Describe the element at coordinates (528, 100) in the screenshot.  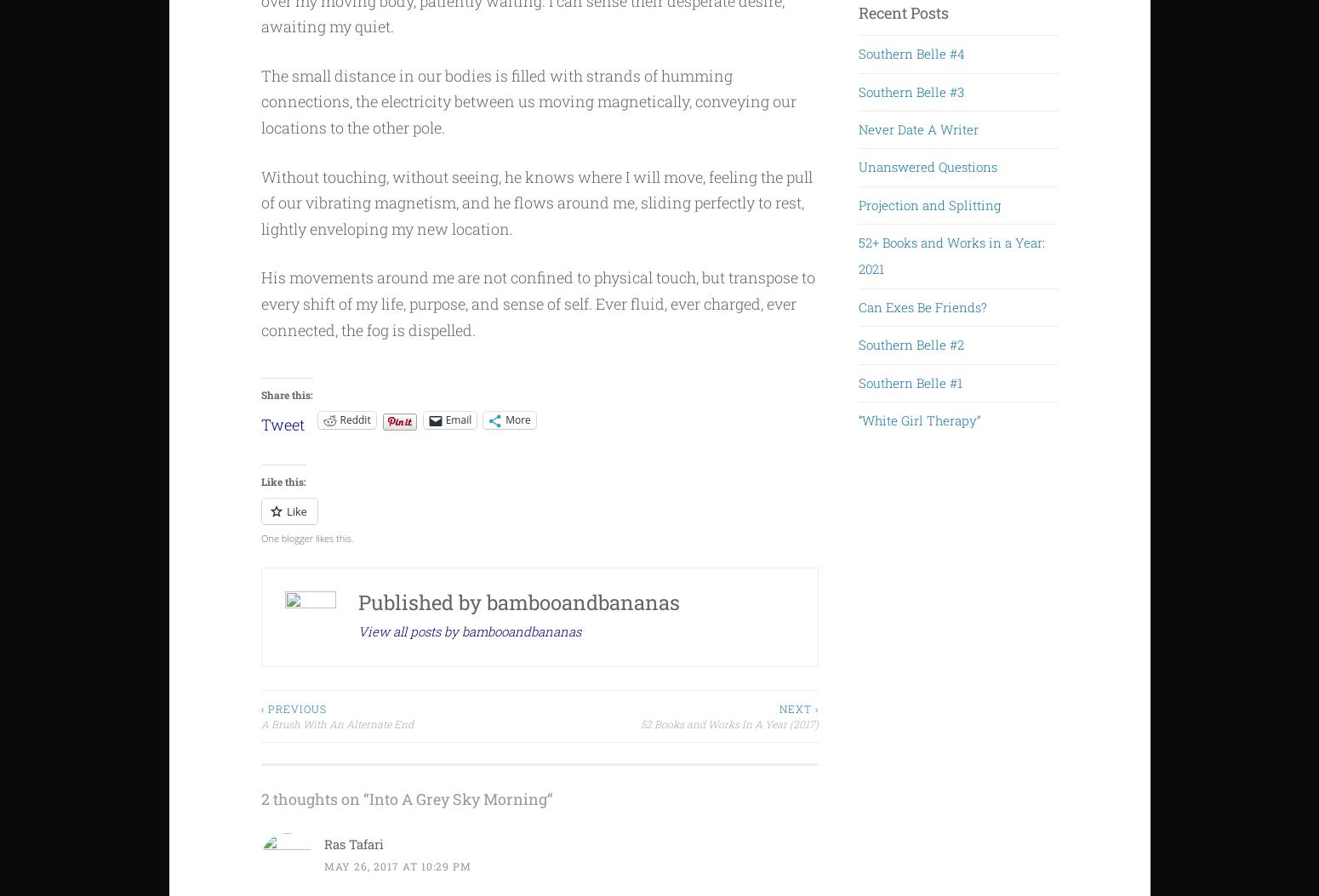
I see `'The small distance in our bodies is filled with strands of humming connections, the electricity between us moving magnetically, conveying our locations to the other pole.'` at that location.